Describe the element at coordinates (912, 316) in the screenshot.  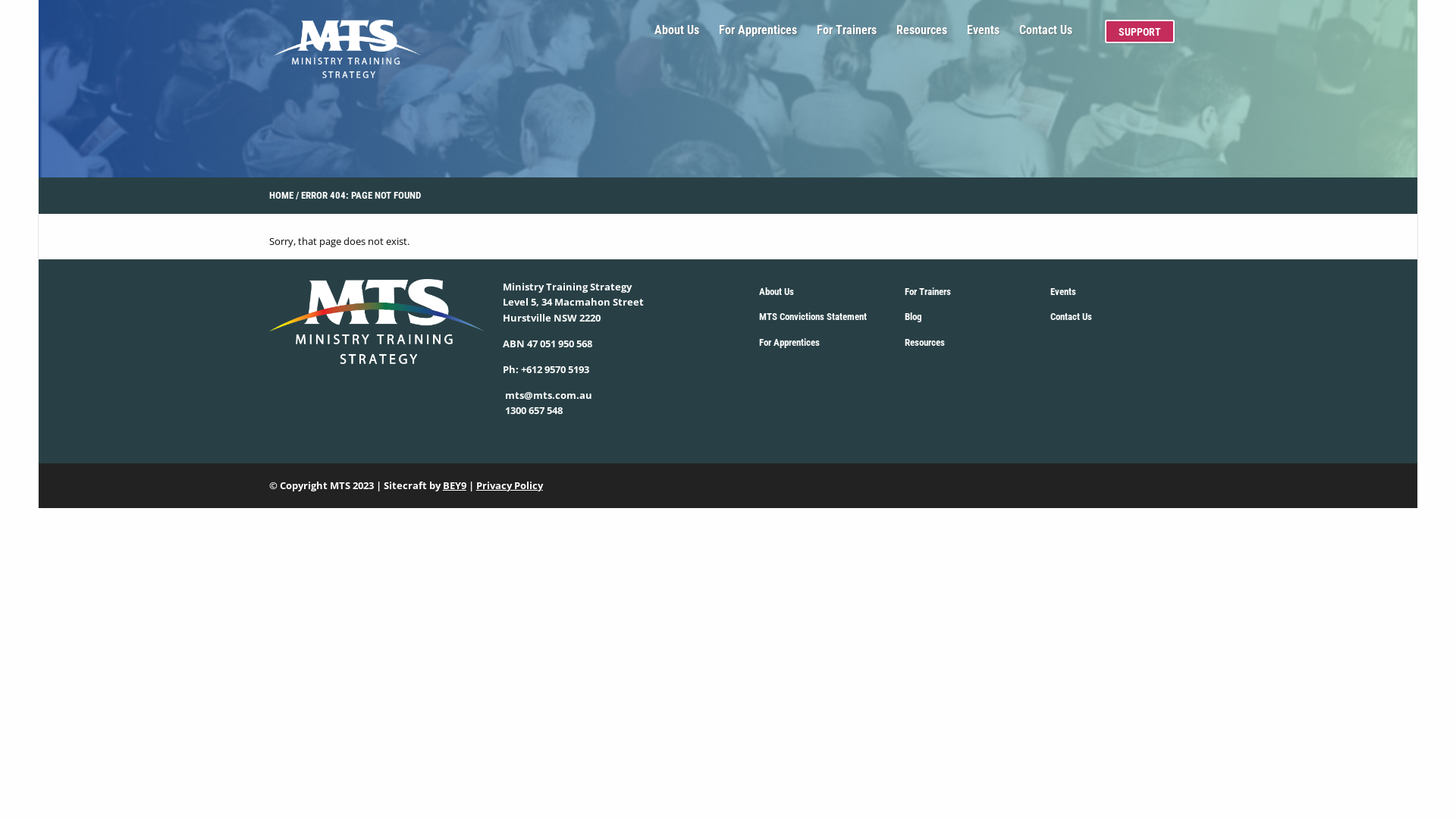
I see `'Blog'` at that location.